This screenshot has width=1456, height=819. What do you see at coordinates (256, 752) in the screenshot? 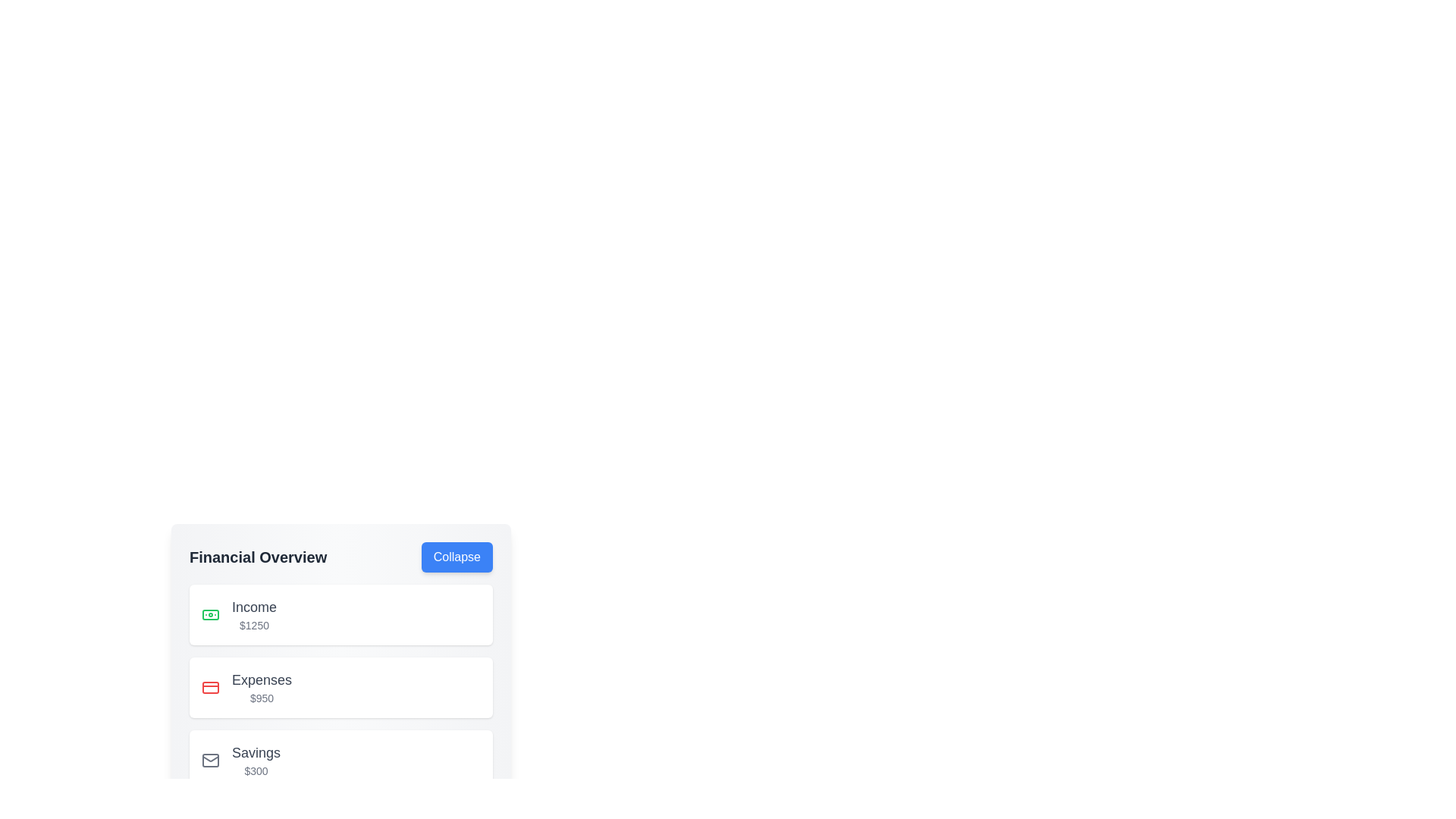
I see `the 'Savings' text label` at bounding box center [256, 752].